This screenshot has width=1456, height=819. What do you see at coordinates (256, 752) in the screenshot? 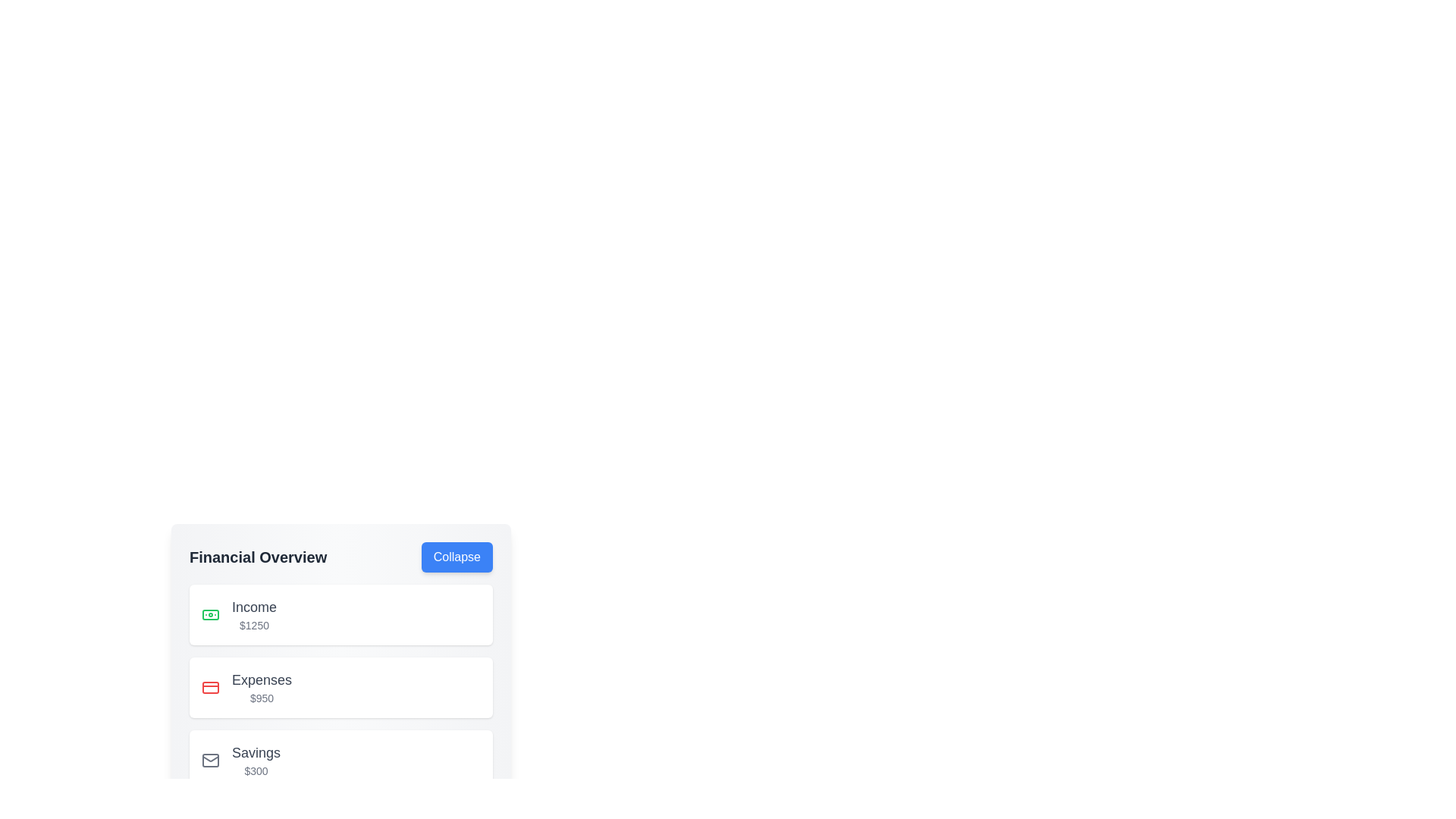
I see `the 'Savings' text label` at bounding box center [256, 752].